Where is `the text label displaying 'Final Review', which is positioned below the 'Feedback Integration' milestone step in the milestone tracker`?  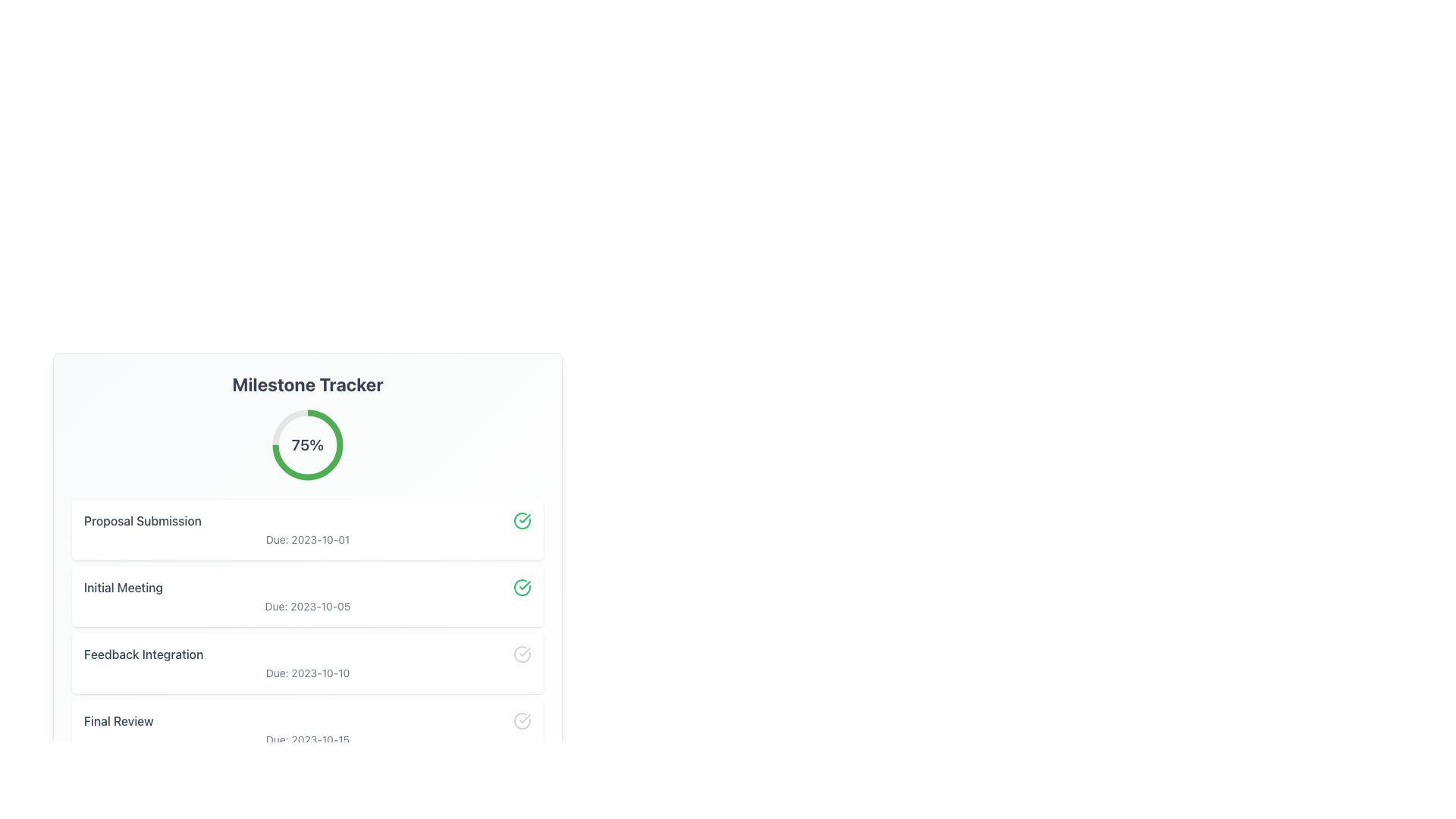
the text label displaying 'Final Review', which is positioned below the 'Feedback Integration' milestone step in the milestone tracker is located at coordinates (118, 720).